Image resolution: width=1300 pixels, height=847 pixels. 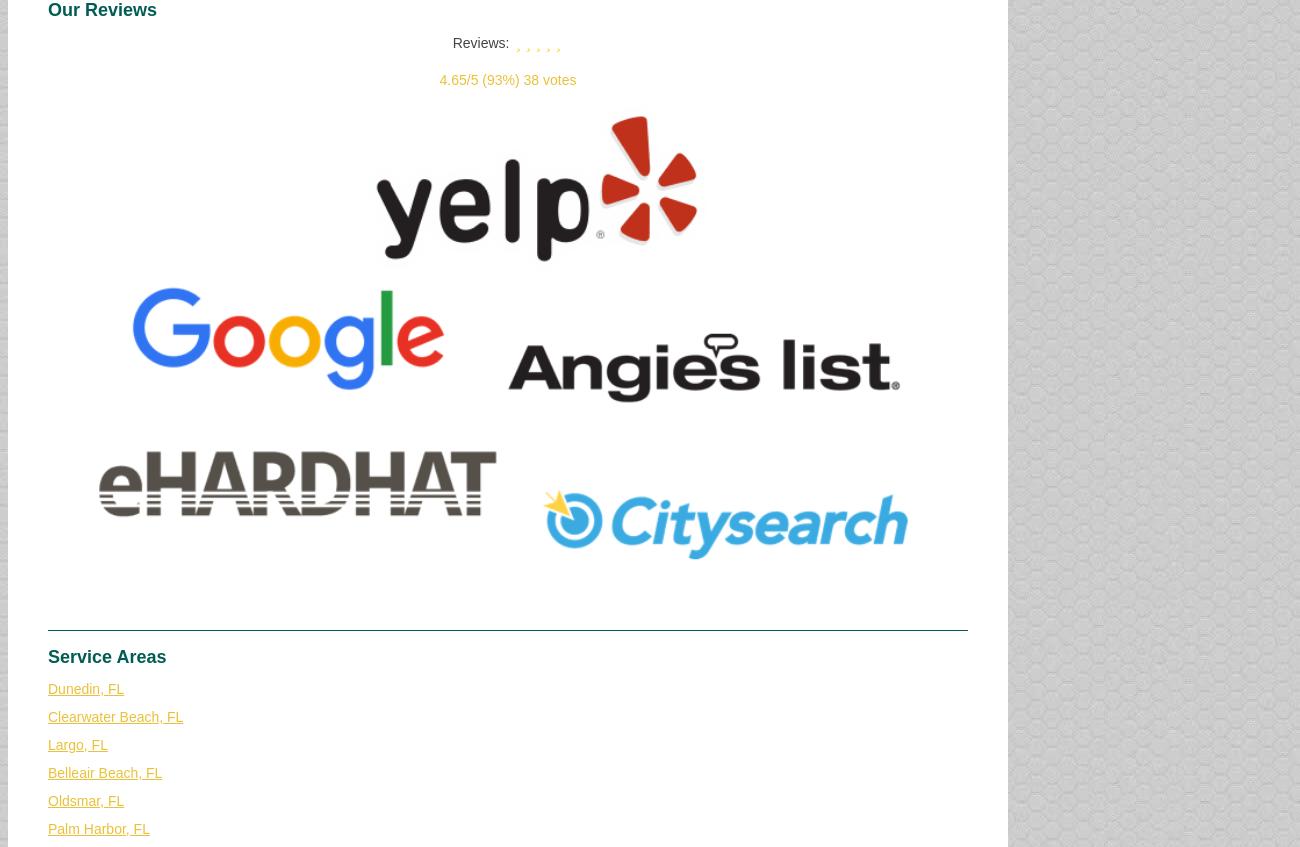 I want to click on '5', so click(x=472, y=80).